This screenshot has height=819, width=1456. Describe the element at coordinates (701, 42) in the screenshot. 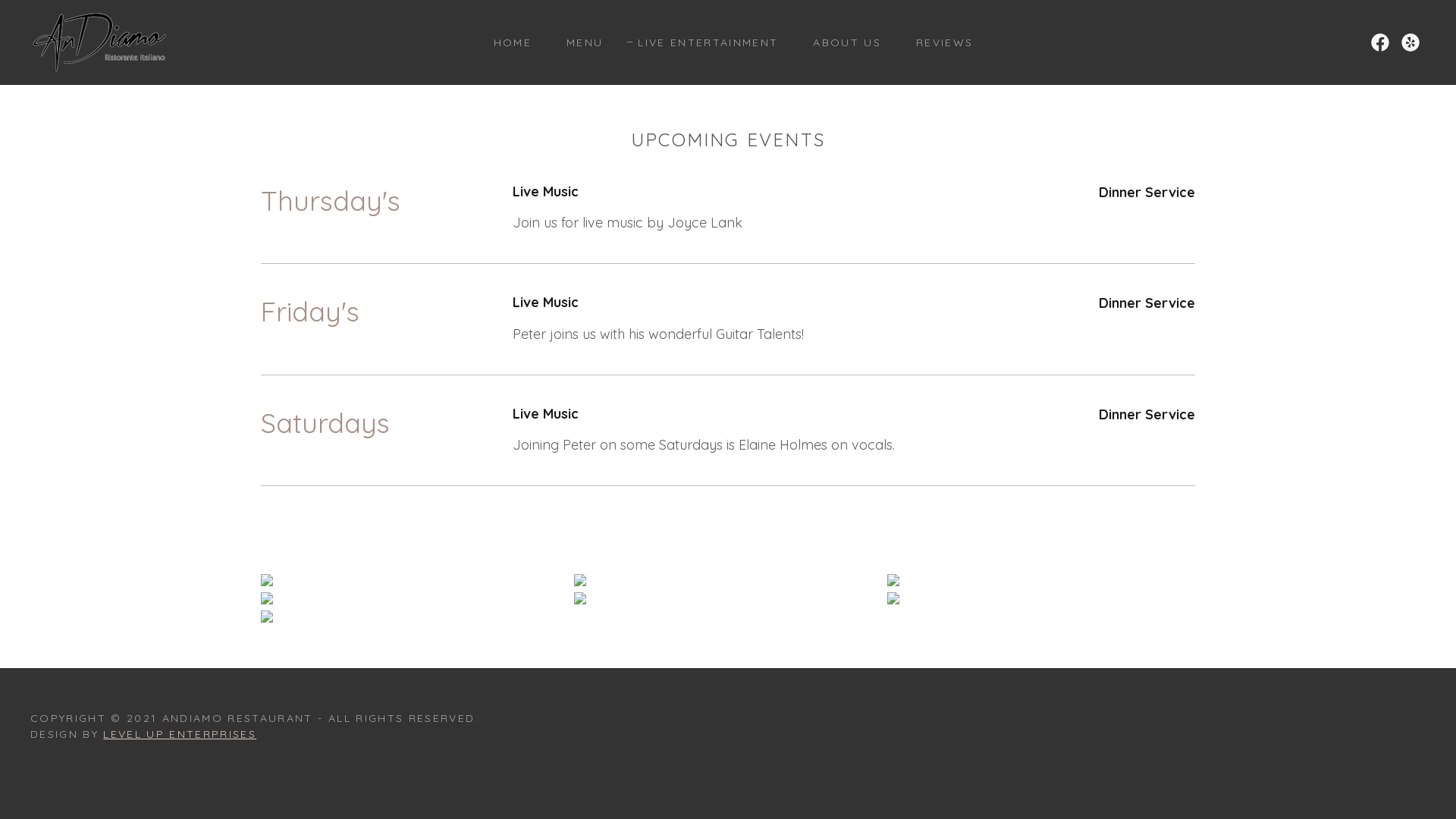

I see `'LIVE ENTERTAINMENT'` at that location.